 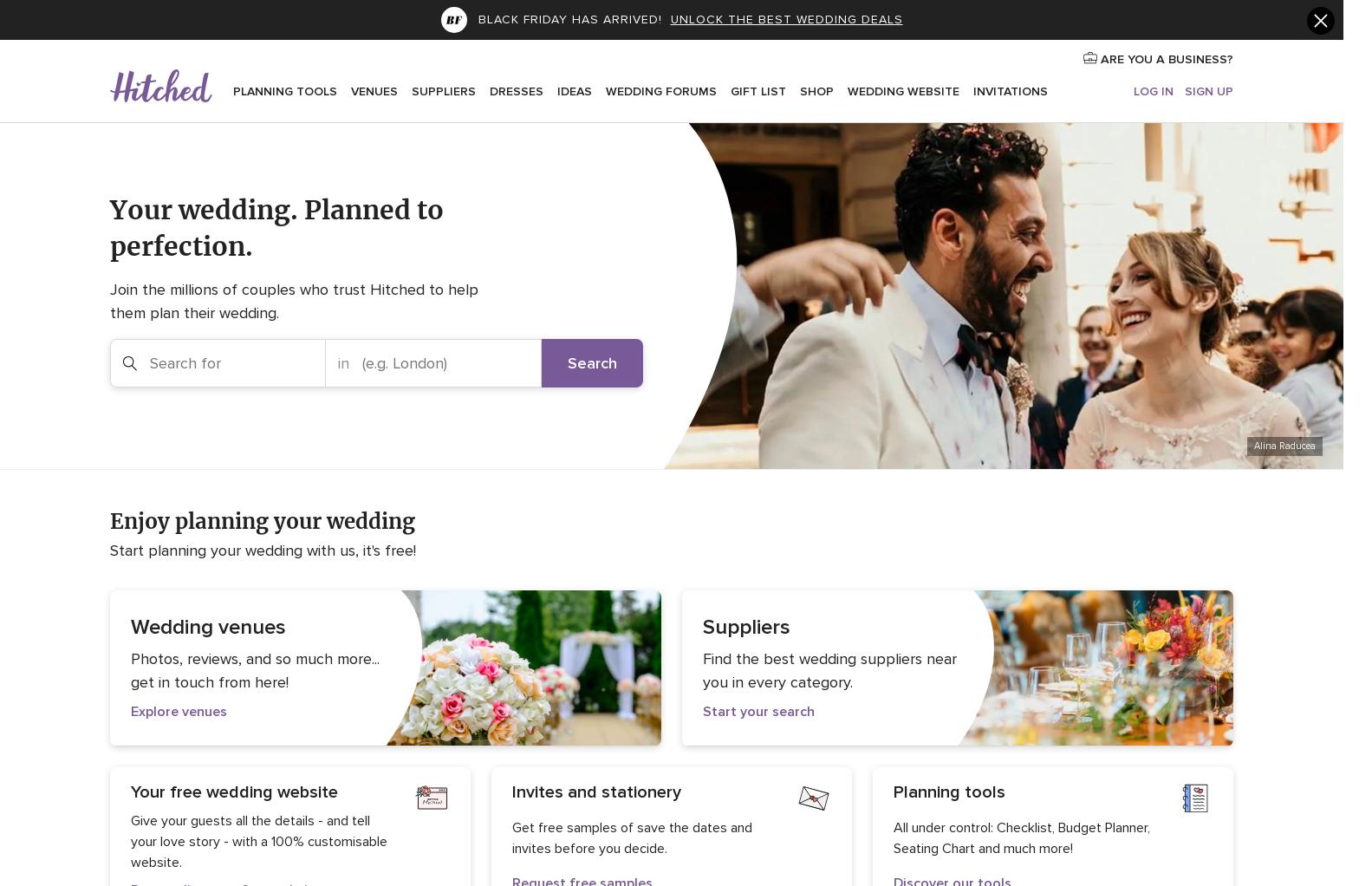 What do you see at coordinates (1096, 59) in the screenshot?
I see `'ARE YOU A BUSINESS?'` at bounding box center [1096, 59].